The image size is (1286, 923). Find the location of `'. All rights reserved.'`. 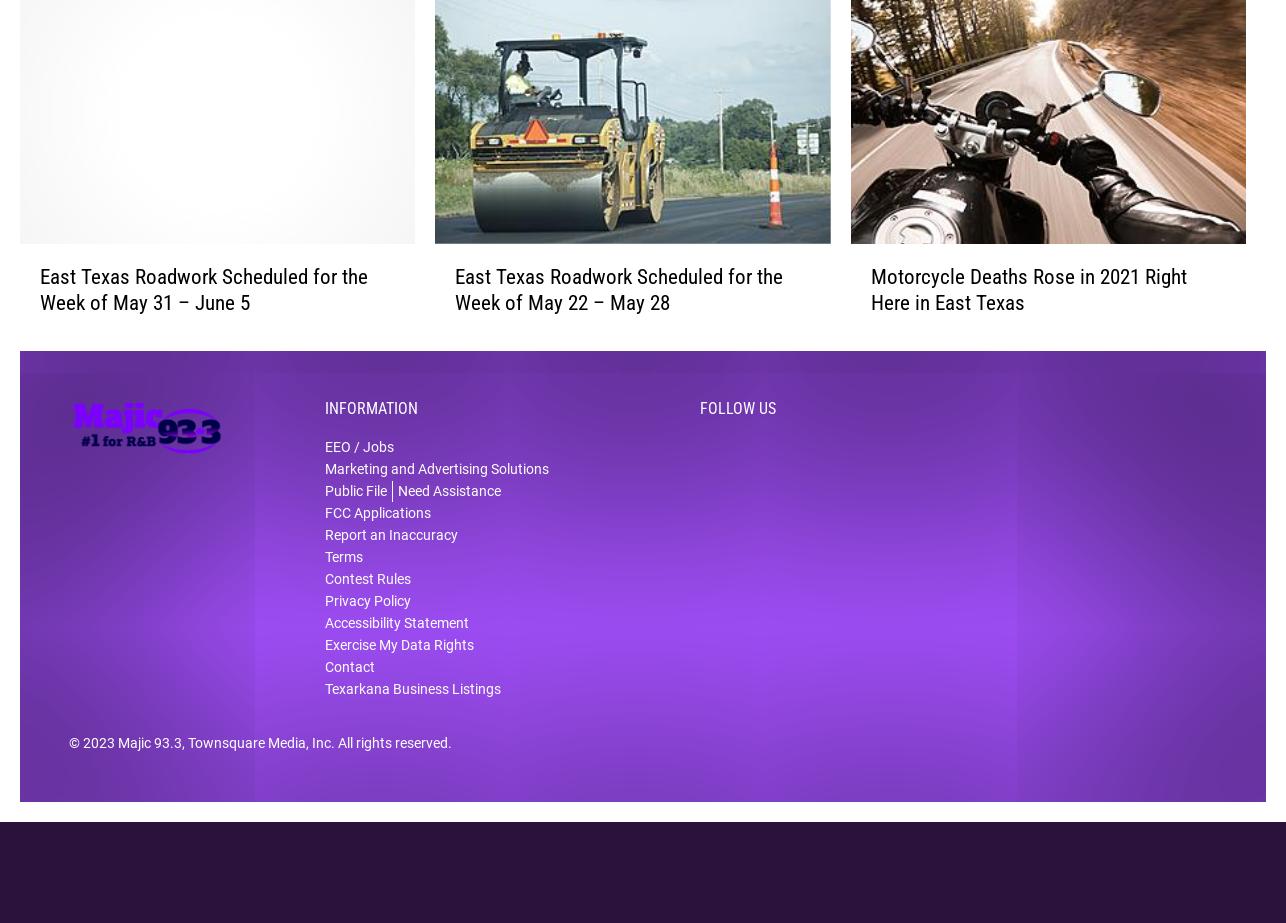

'. All rights reserved.' is located at coordinates (390, 756).